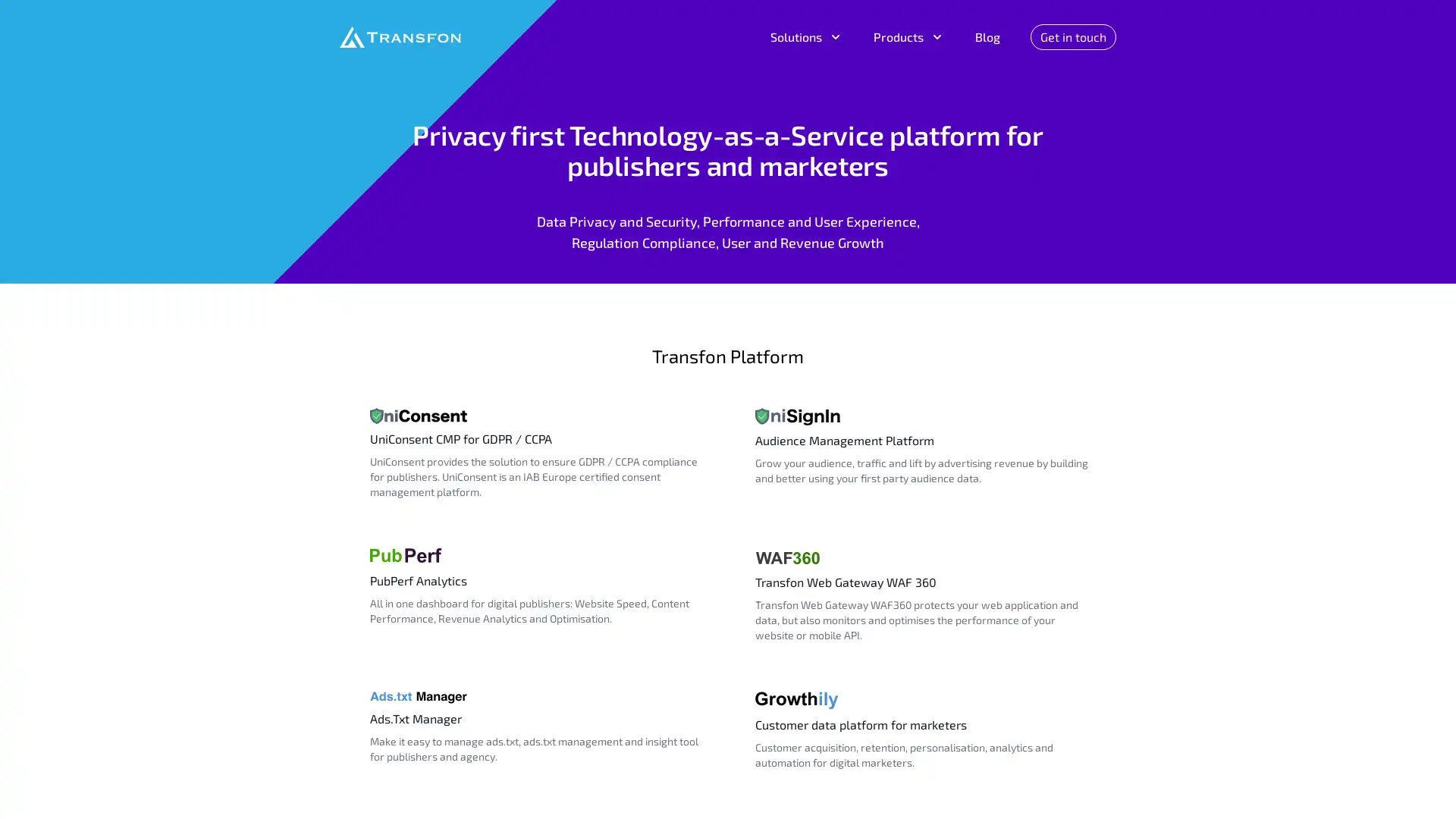 Image resolution: width=1456 pixels, height=819 pixels. What do you see at coordinates (273, 791) in the screenshot?
I see `Agree and proceed` at bounding box center [273, 791].